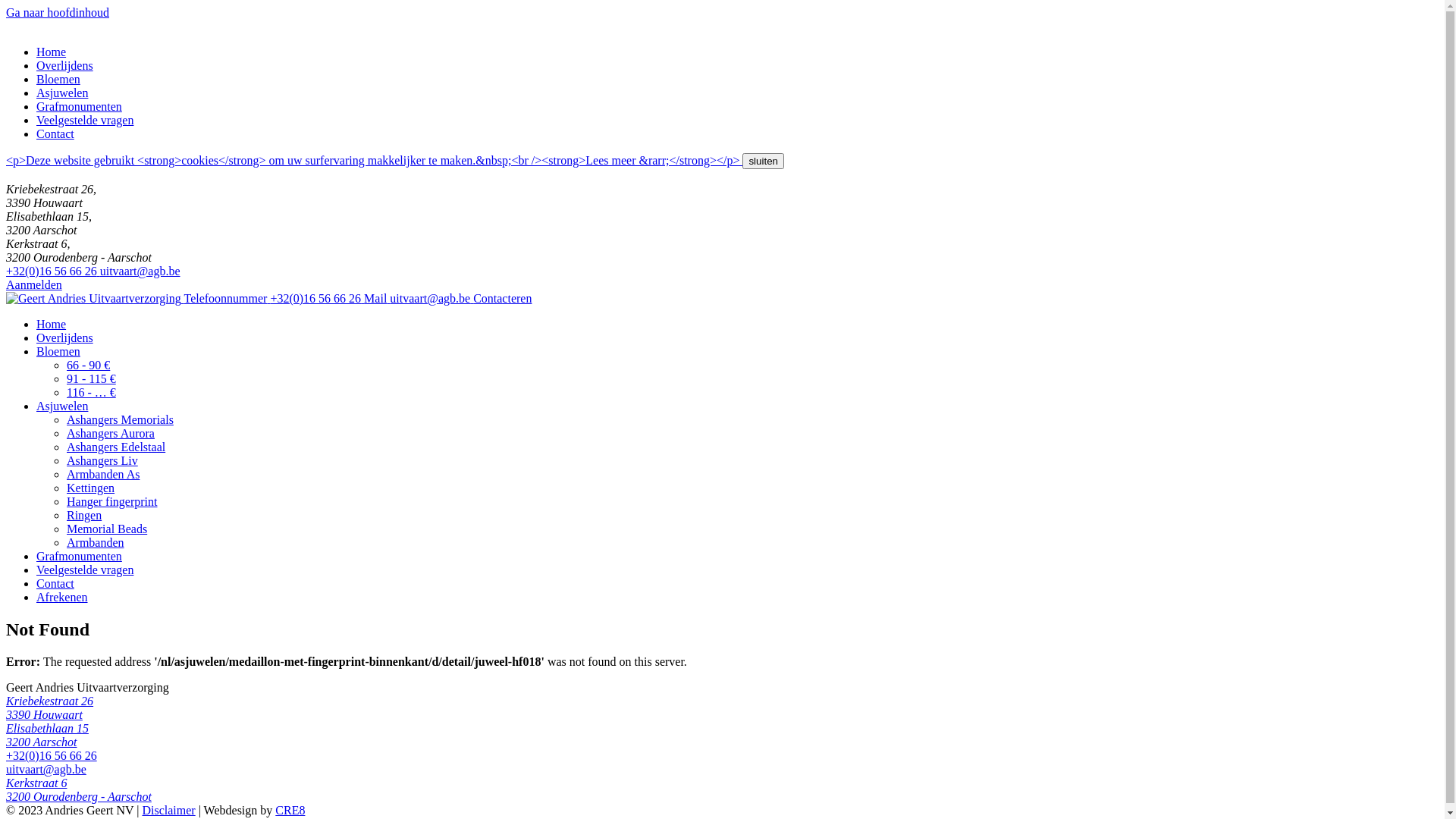 The image size is (1456, 819). Describe the element at coordinates (94, 541) in the screenshot. I see `'Armbanden'` at that location.